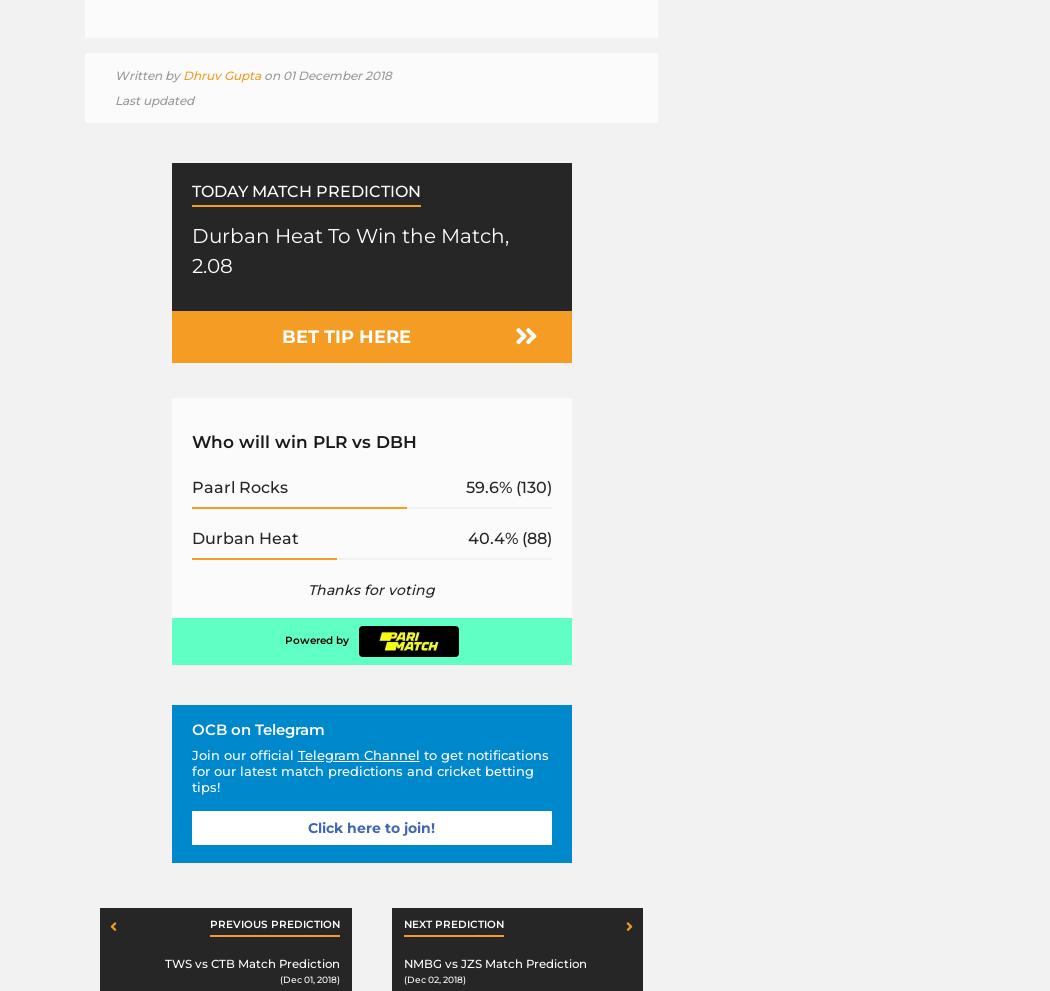 This screenshot has width=1050, height=991. What do you see at coordinates (189, 537) in the screenshot?
I see `'Durban Heat'` at bounding box center [189, 537].